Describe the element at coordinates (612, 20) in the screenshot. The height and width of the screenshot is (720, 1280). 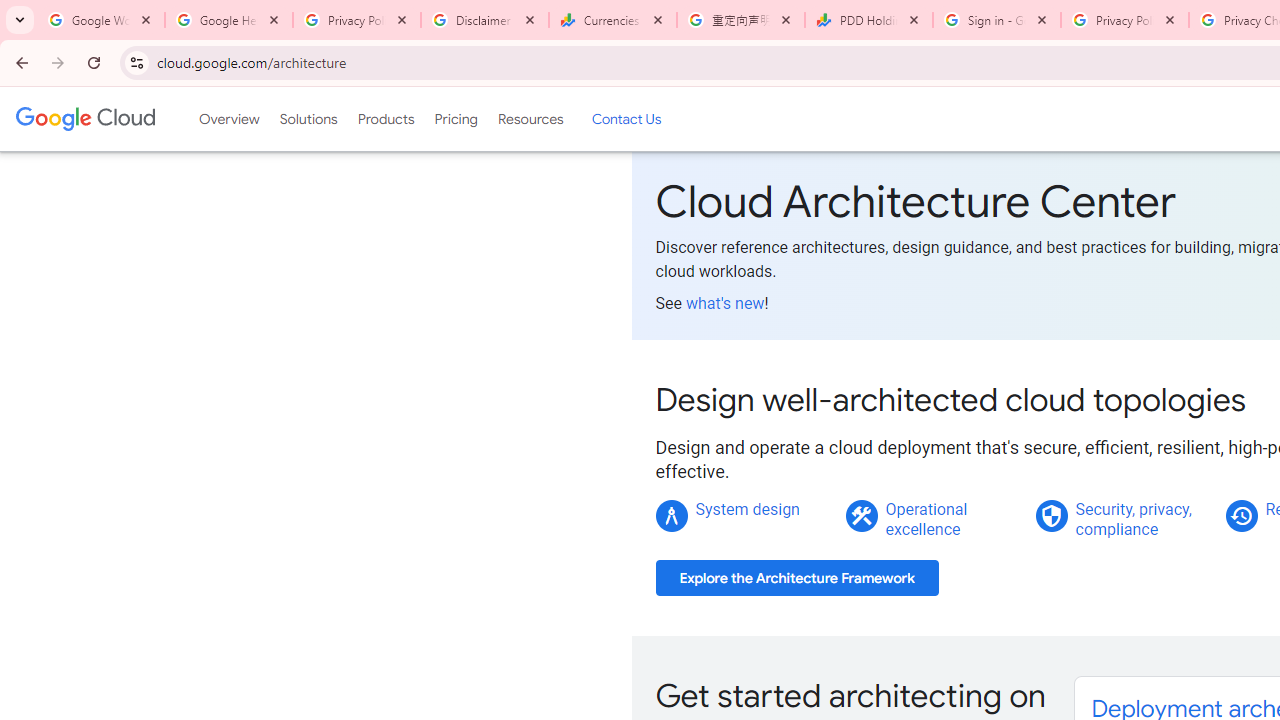
I see `'Currencies - Google Finance'` at that location.